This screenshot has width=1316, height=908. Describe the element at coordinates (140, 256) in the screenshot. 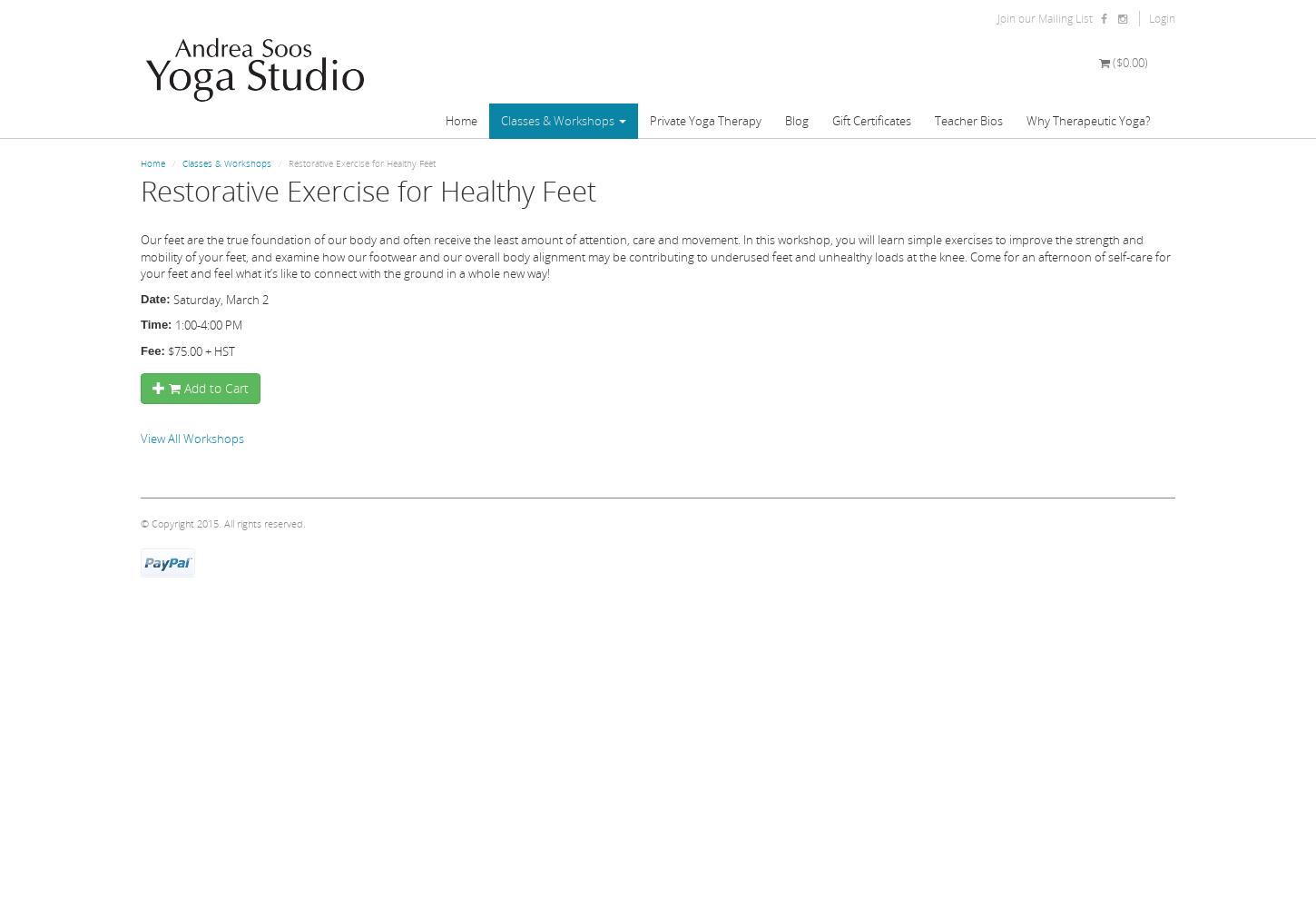

I see `'Our feet are the true foundation of our body and often receive the least amount of attention, care and movement. In this workshop, you will learn simple exercises to improve the strength and mobility of your feet, and examine how our footwear and our overall body alignment may be contributing to underused feet and unhealthy loads at the knee. Come for an afternoon of self-care for your feet and feel what it’s like to connect with the ground in a whole new way!'` at that location.